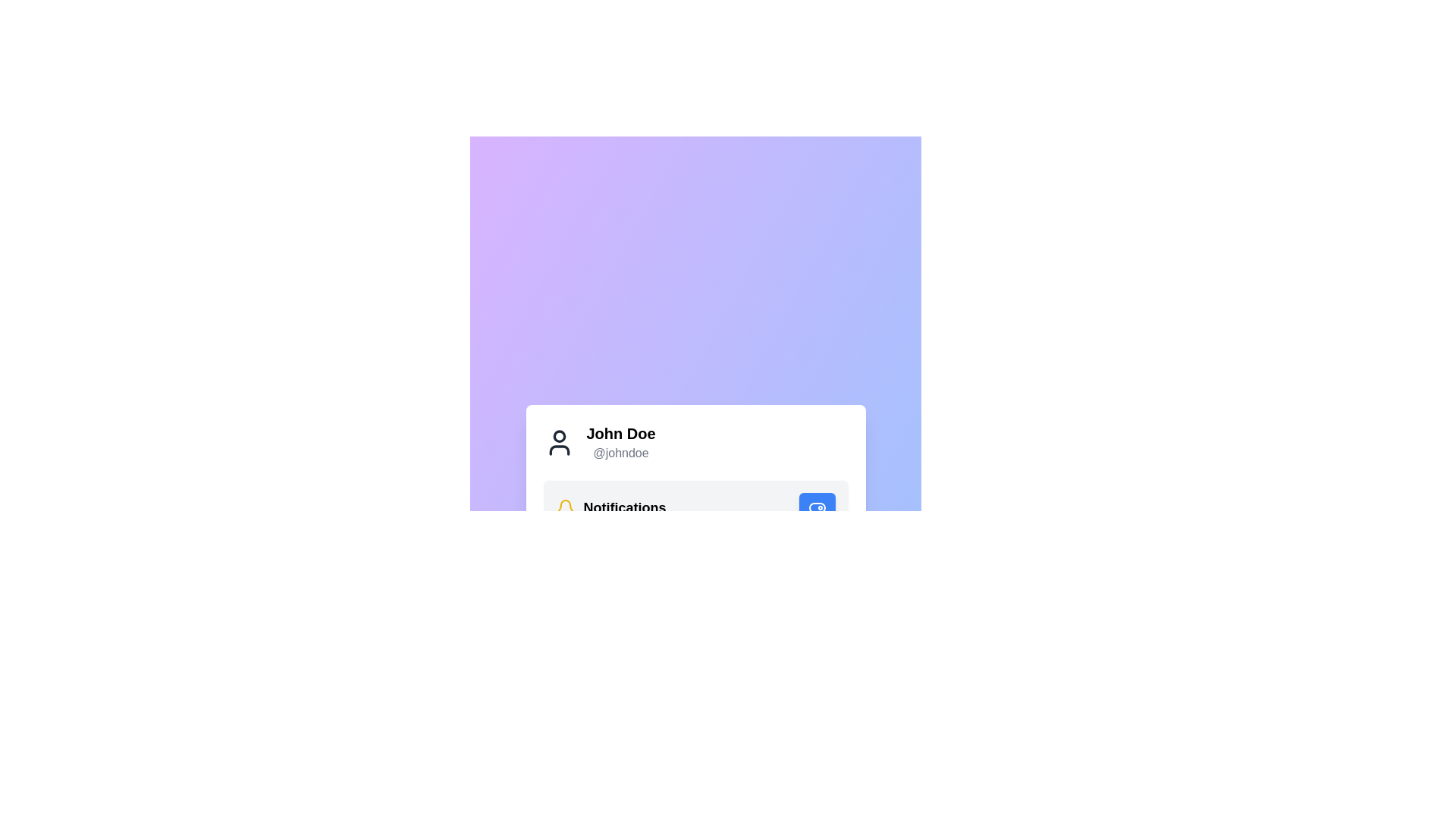 This screenshot has width=1456, height=819. Describe the element at coordinates (558, 442) in the screenshot. I see `the user icon, a minimalist black outline of a human, located at the leftmost part of the user profile section adjacent to the user's name 'John Doe' and username '@johndoe'` at that location.